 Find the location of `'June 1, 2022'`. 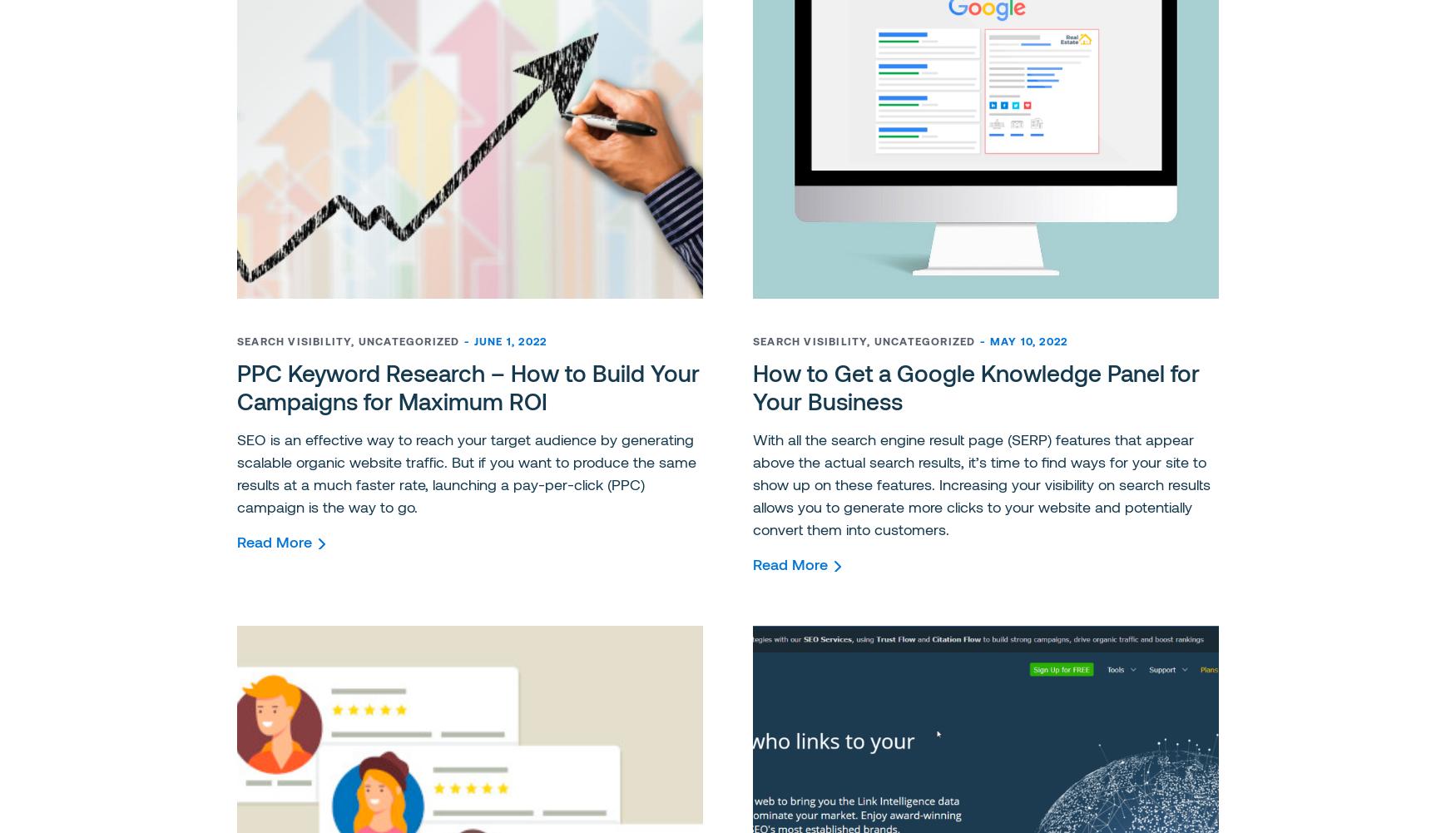

'June 1, 2022' is located at coordinates (473, 340).